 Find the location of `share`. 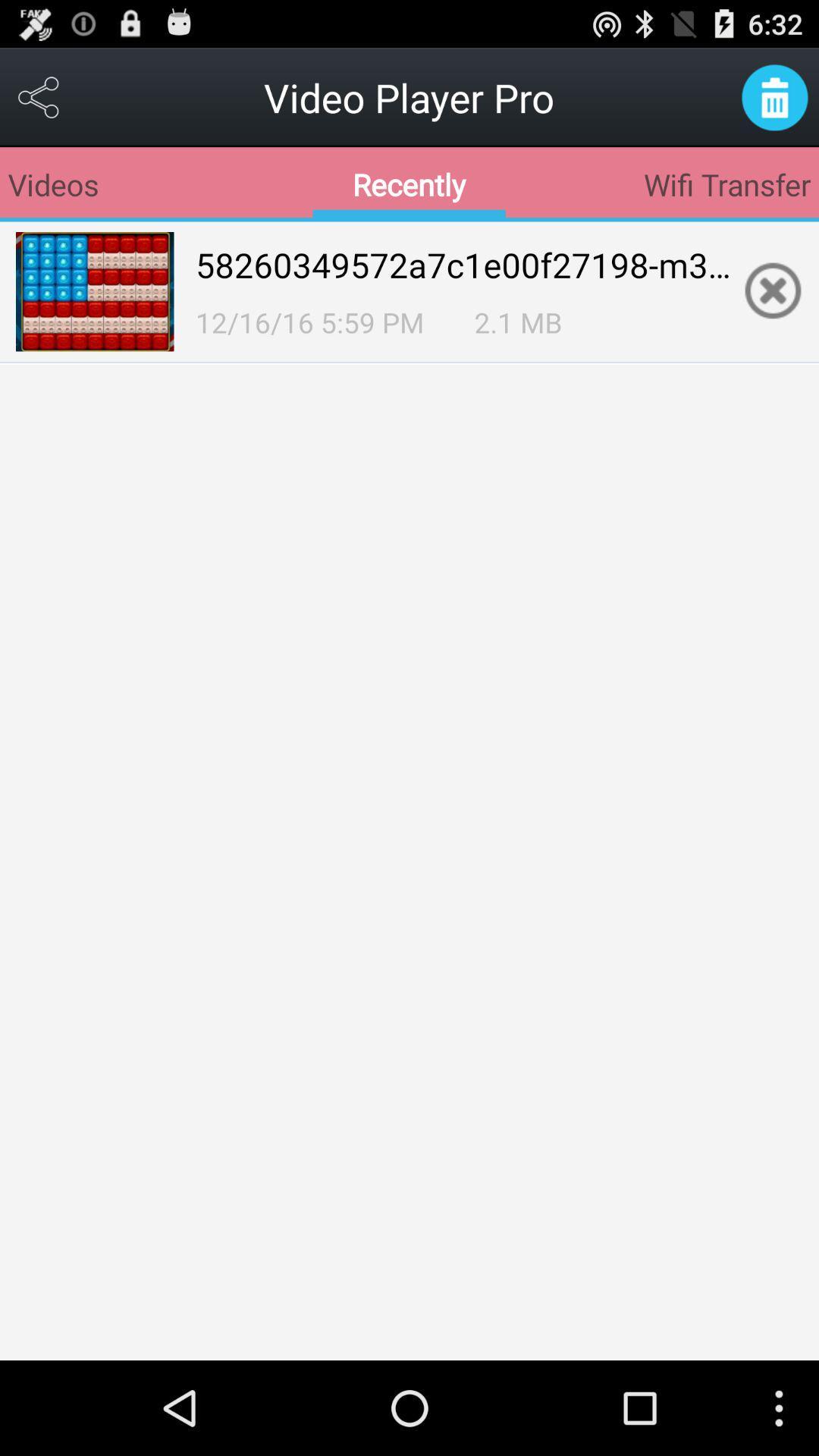

share is located at coordinates (39, 96).